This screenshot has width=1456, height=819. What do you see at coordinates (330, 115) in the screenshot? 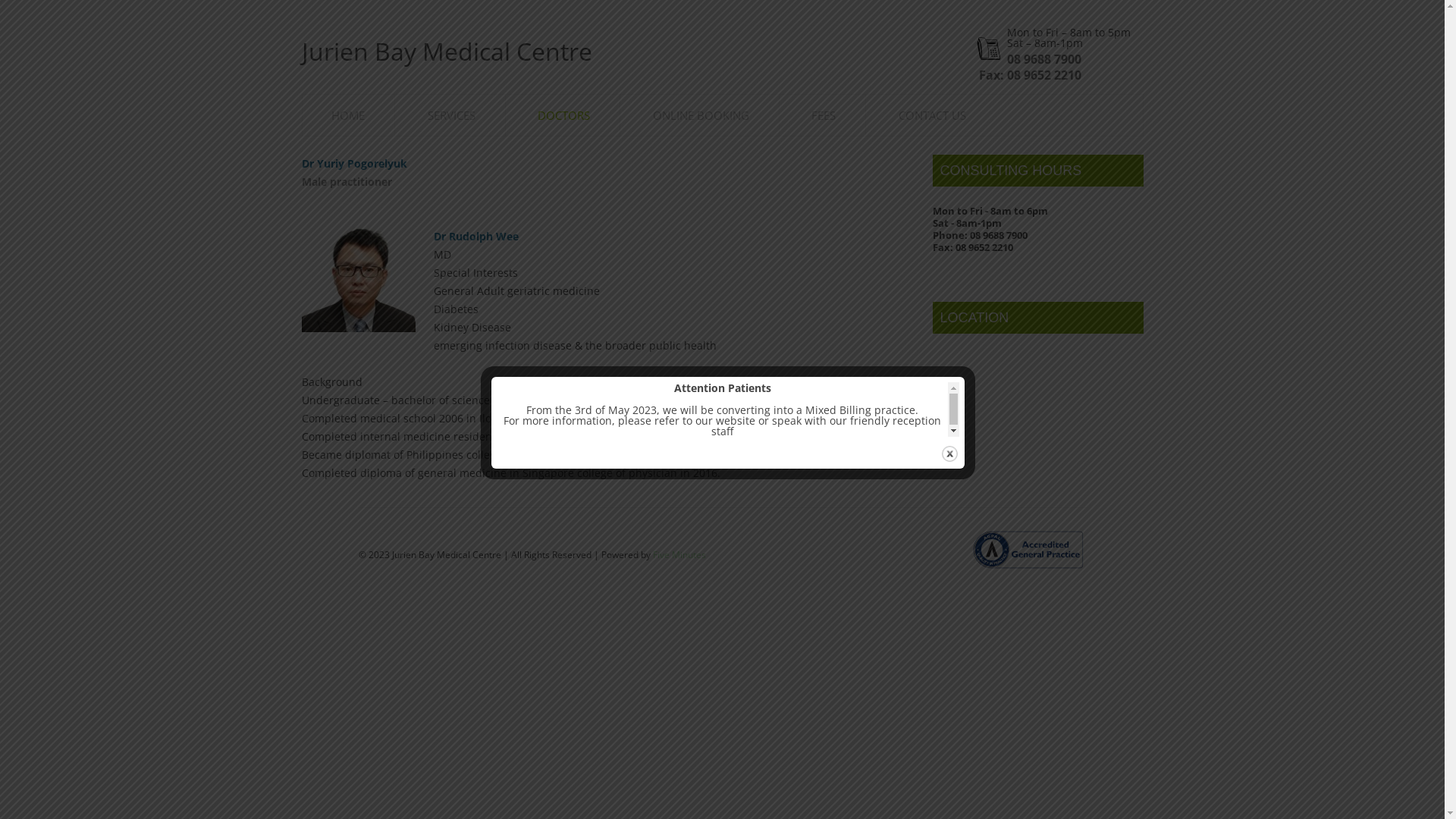
I see `'HOME'` at bounding box center [330, 115].